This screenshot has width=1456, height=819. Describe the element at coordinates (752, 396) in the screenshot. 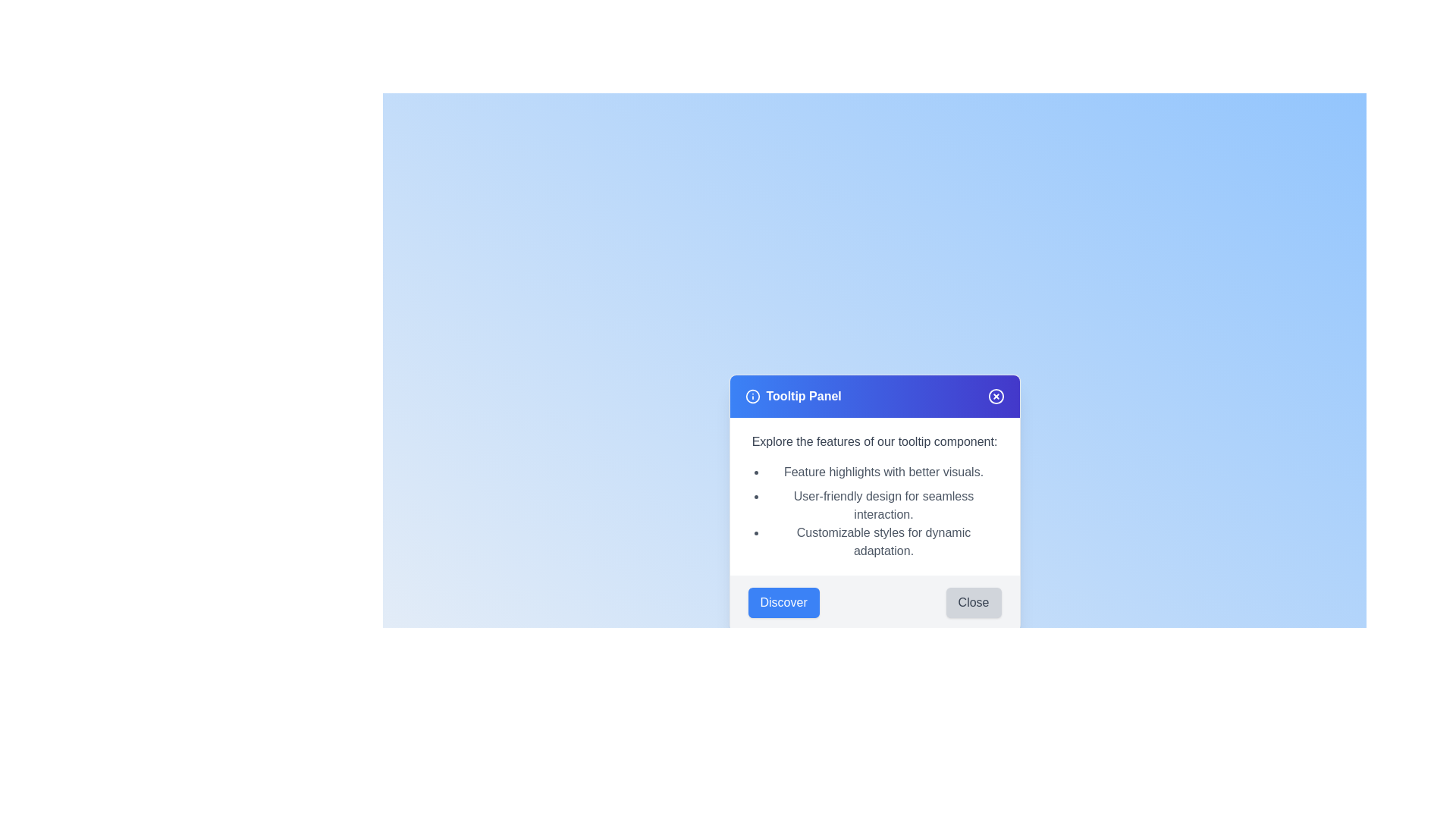

I see `the SVG Circle element located at the top-left corner of the tooltip window, adjacent to the 'Tooltip Panel' heading` at that location.